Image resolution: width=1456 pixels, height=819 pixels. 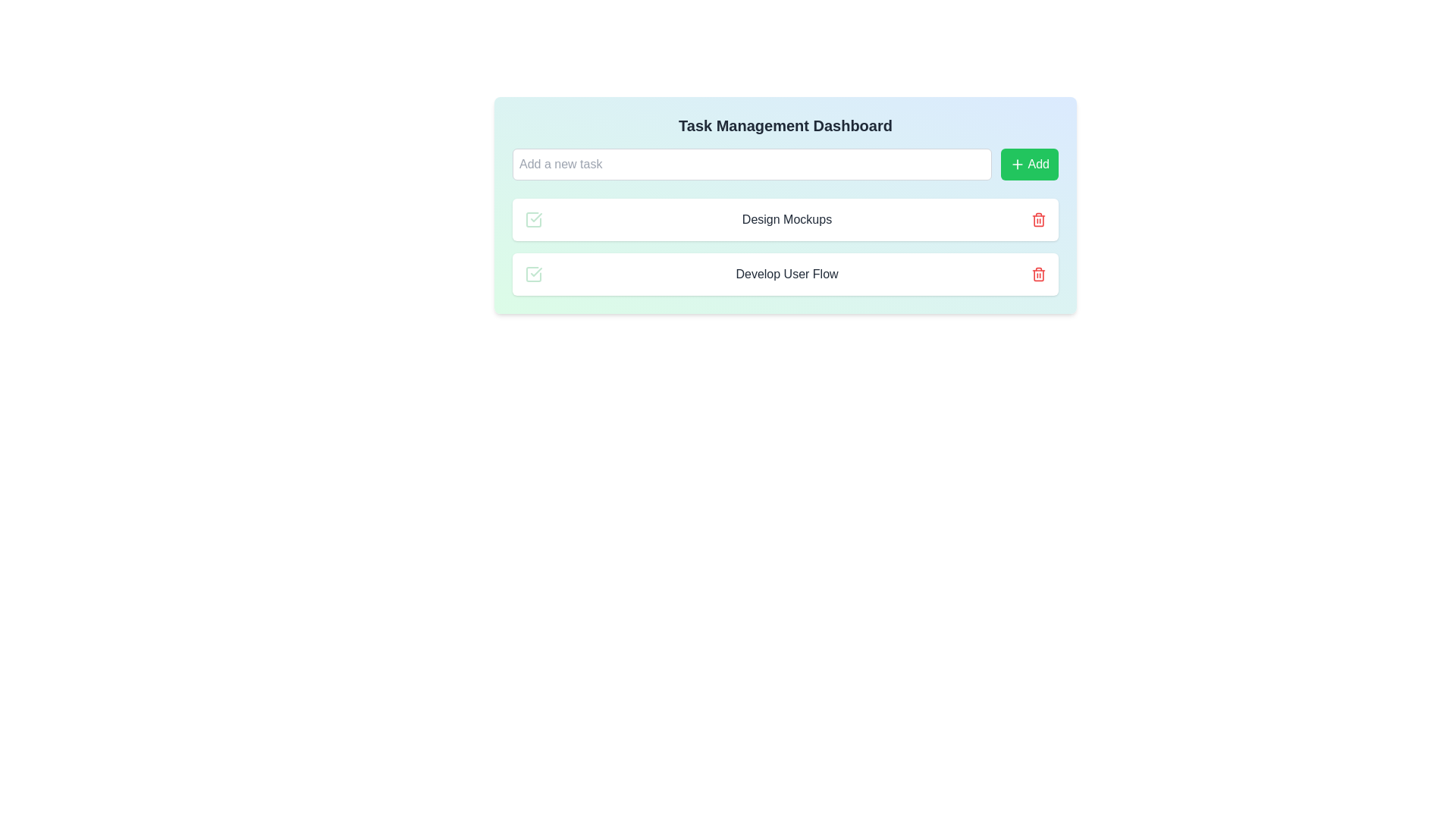 What do you see at coordinates (1029, 164) in the screenshot?
I see `the rectangular green button with a white plus icon and 'Add' text` at bounding box center [1029, 164].